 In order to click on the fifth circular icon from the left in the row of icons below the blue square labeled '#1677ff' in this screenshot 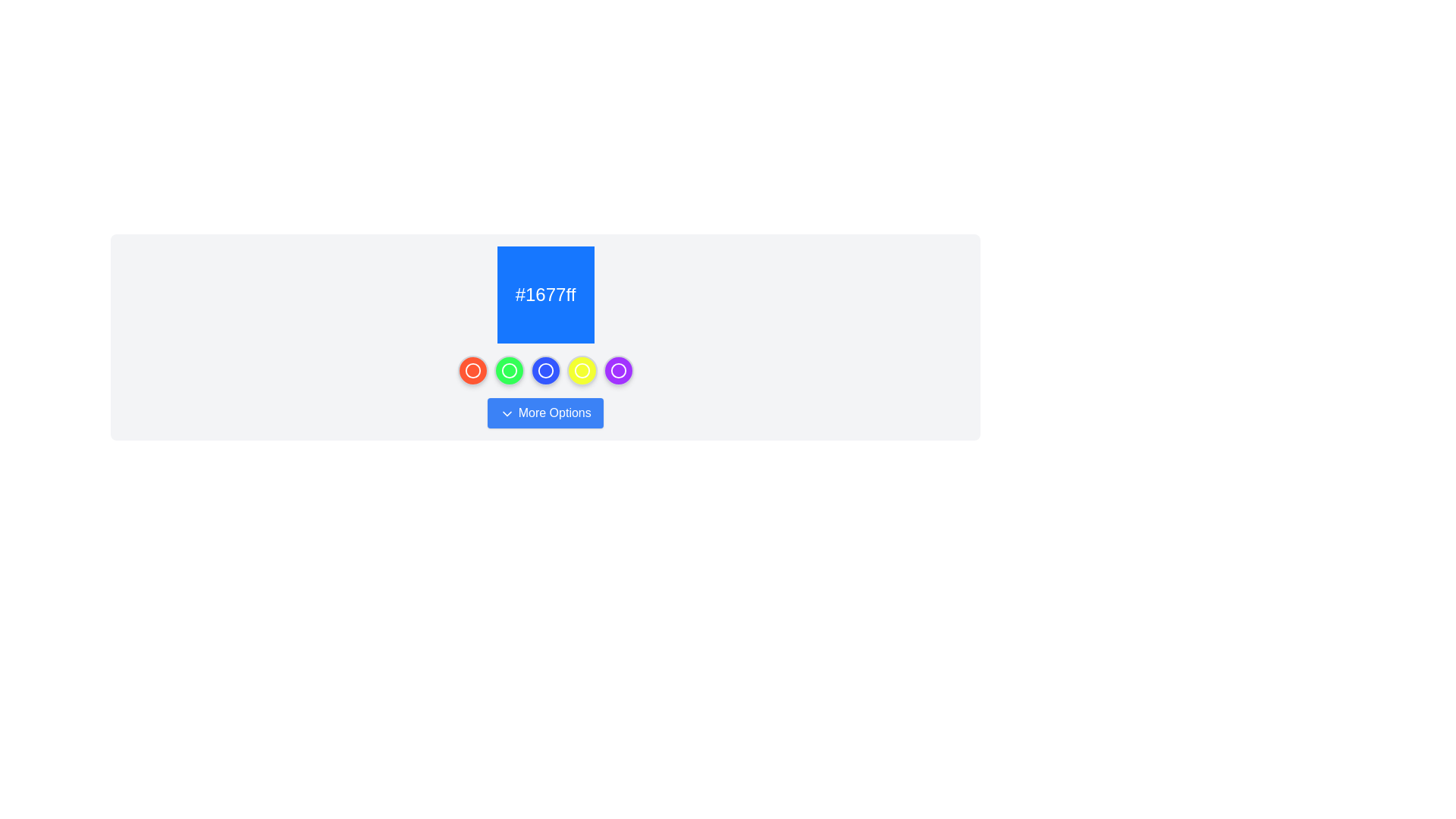, I will do `click(618, 371)`.